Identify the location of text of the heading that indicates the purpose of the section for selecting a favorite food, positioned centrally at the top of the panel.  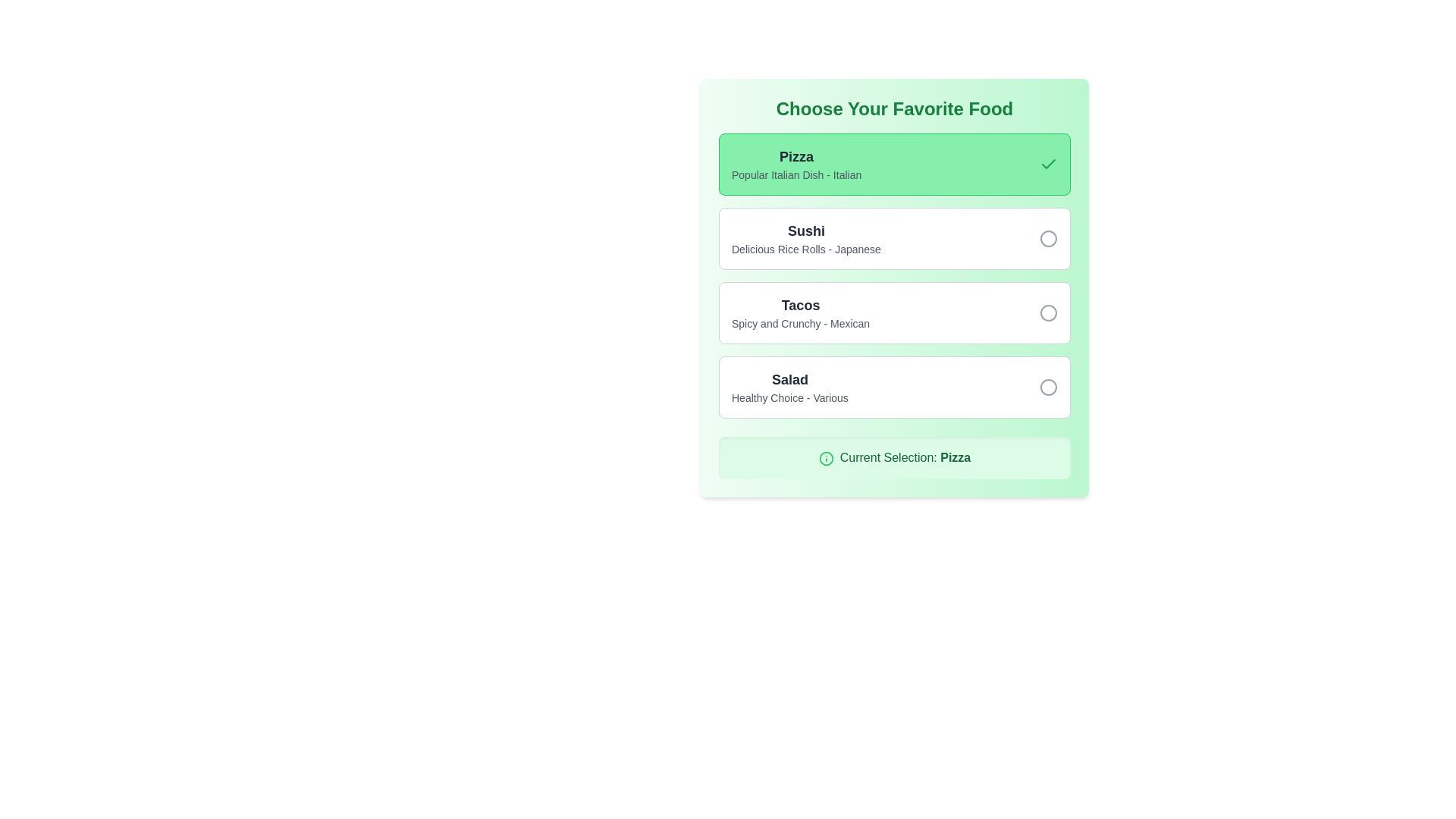
(895, 108).